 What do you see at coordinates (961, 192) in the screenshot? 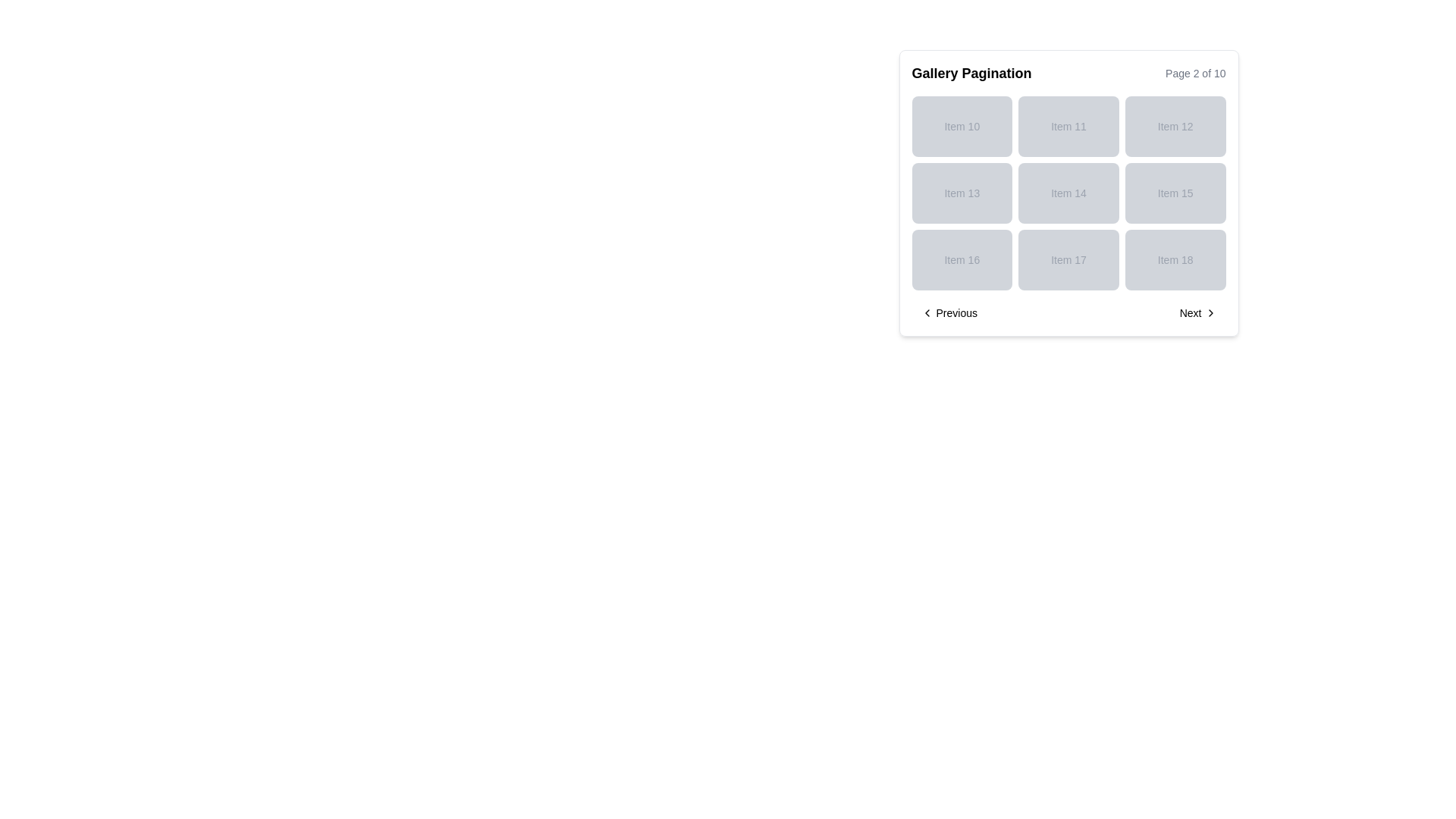
I see `the grid tile element representing 'Item 13'` at bounding box center [961, 192].